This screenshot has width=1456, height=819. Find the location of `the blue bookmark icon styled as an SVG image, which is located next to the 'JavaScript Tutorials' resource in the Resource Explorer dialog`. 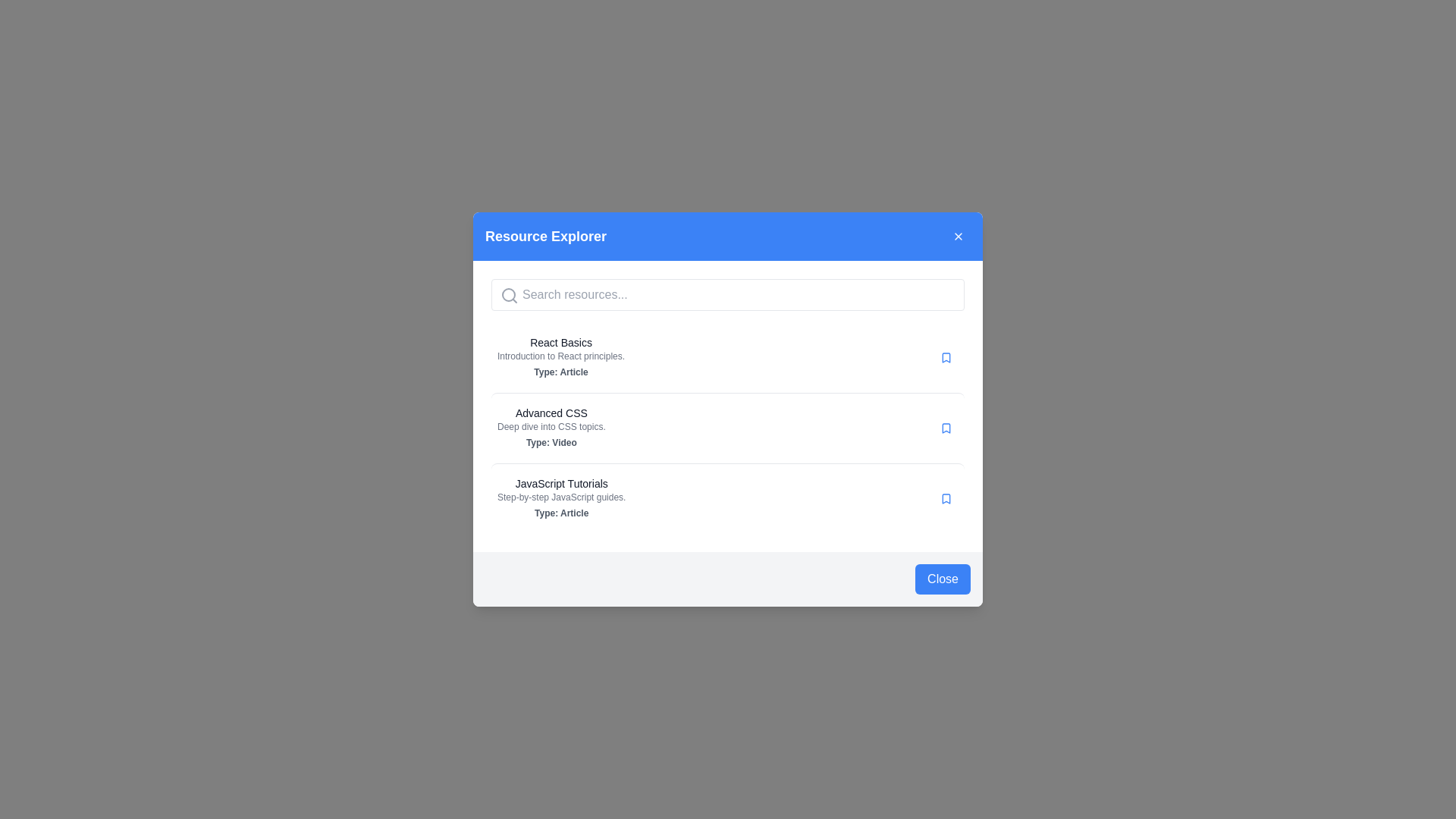

the blue bookmark icon styled as an SVG image, which is located next to the 'JavaScript Tutorials' resource in the Resource Explorer dialog is located at coordinates (946, 499).